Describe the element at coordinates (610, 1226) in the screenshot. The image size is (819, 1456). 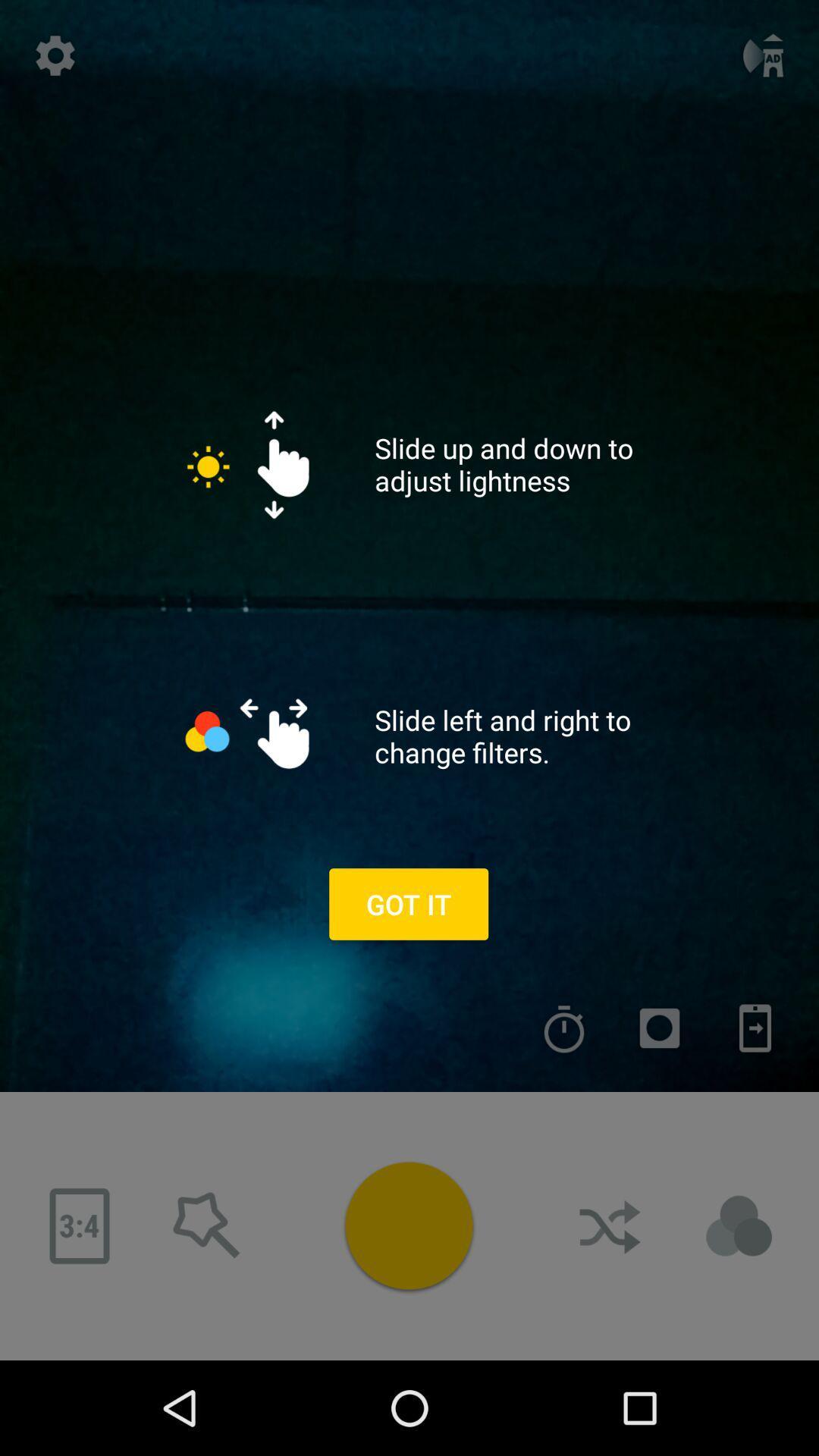
I see `forward button` at that location.